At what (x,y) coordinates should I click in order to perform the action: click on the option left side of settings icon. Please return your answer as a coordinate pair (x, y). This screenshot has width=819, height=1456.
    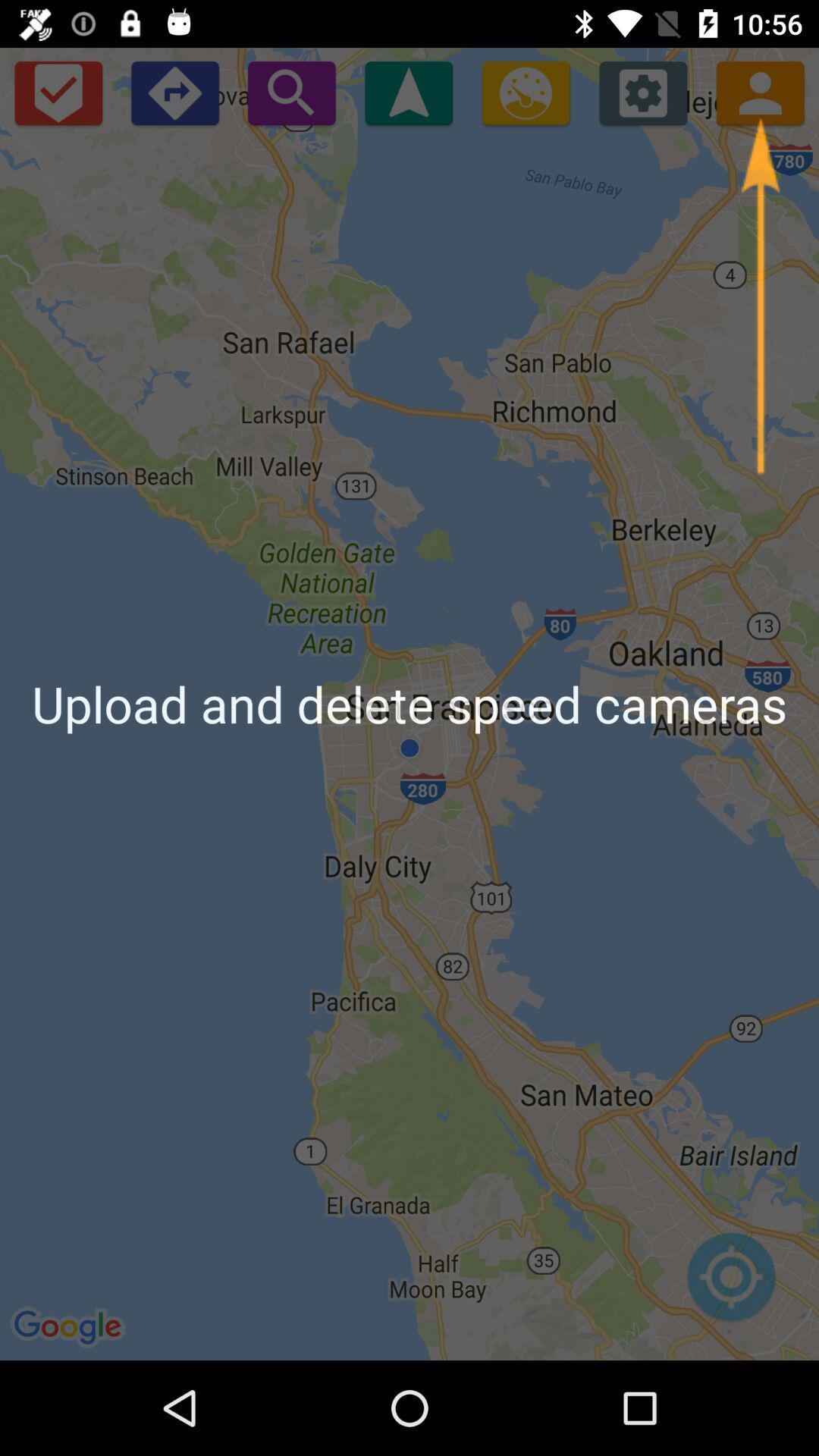
    Looking at the image, I should click on (526, 92).